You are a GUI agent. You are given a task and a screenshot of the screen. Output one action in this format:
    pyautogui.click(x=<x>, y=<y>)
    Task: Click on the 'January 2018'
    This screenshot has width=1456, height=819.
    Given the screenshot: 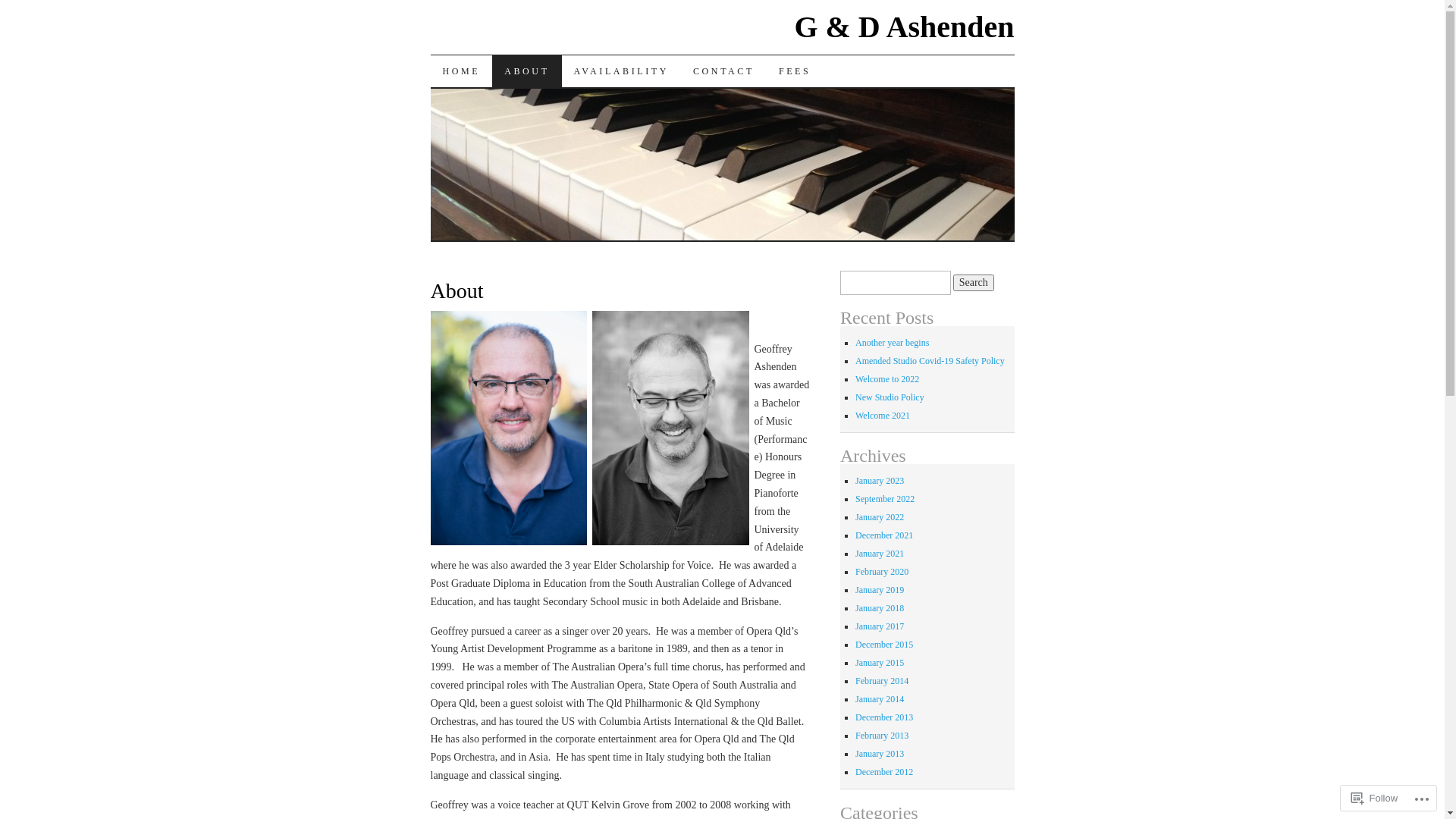 What is the action you would take?
    pyautogui.click(x=880, y=607)
    